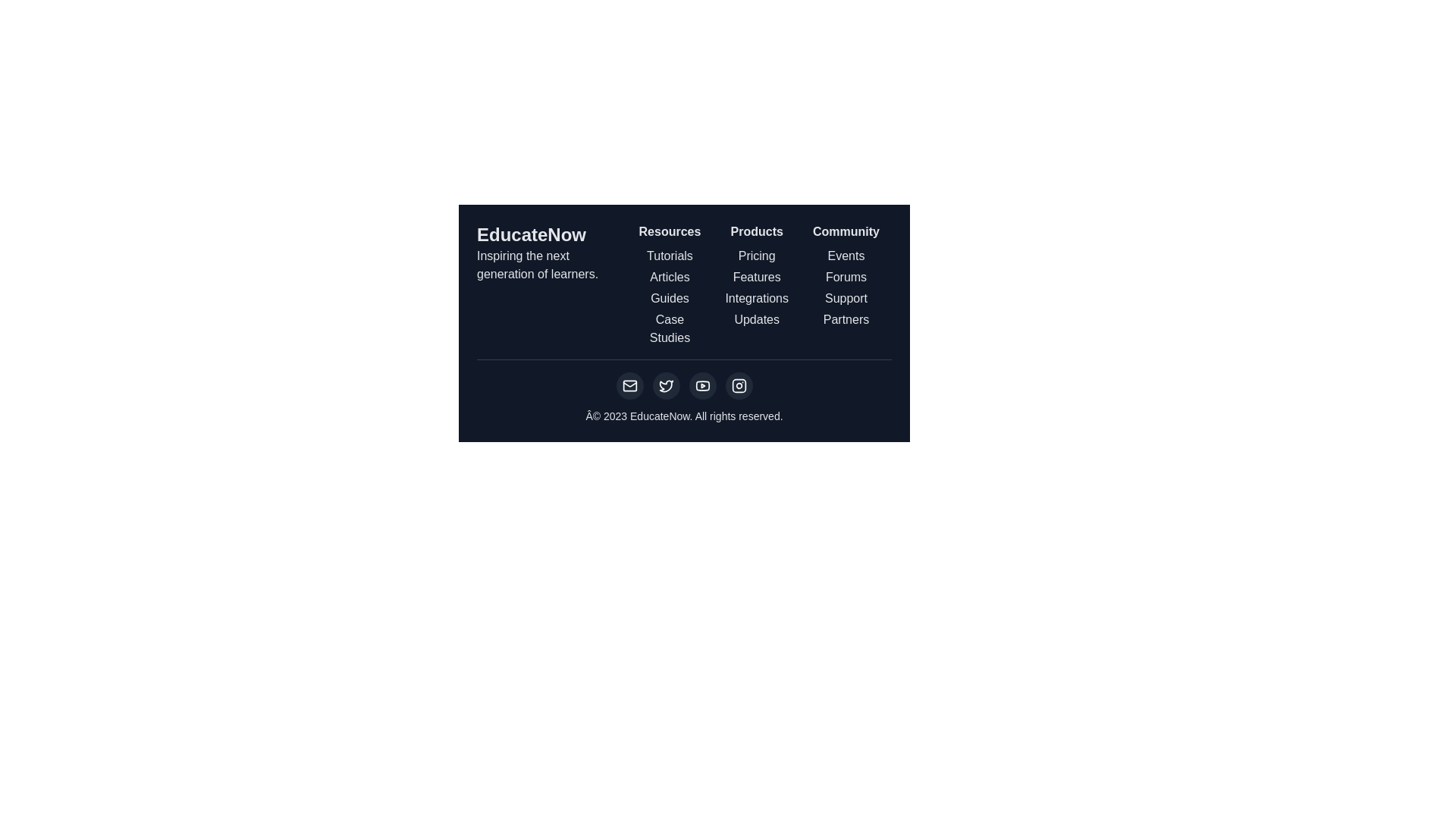 The width and height of the screenshot is (1456, 819). Describe the element at coordinates (701, 385) in the screenshot. I see `the third clickable button with an icon for YouTube, located at the bottom section of the page among other social media links` at that location.